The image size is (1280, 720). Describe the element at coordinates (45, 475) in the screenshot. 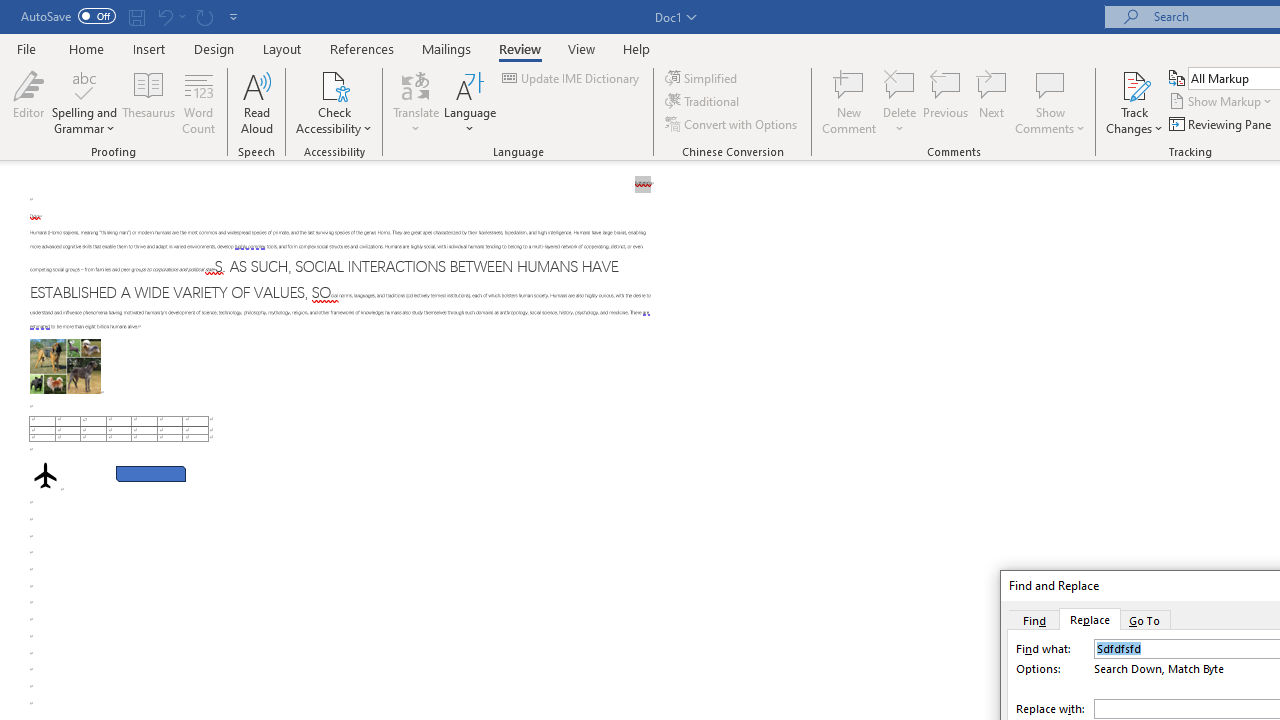

I see `'Airplane with solid fill'` at that location.